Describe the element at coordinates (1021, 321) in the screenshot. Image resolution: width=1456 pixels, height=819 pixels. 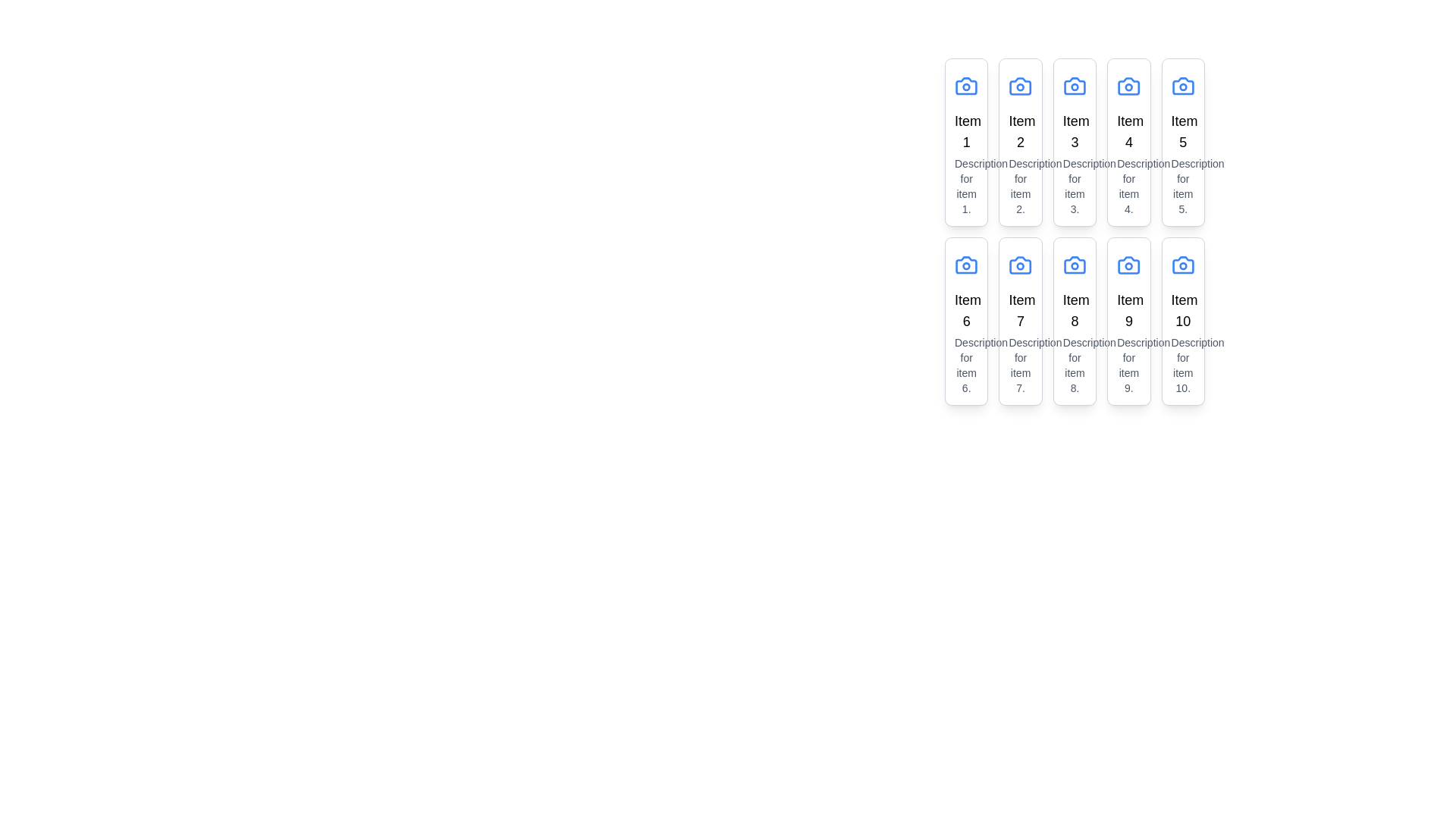
I see `the Card Component representing 'Item 7', which is located in the second row and second column of the grid layout` at that location.